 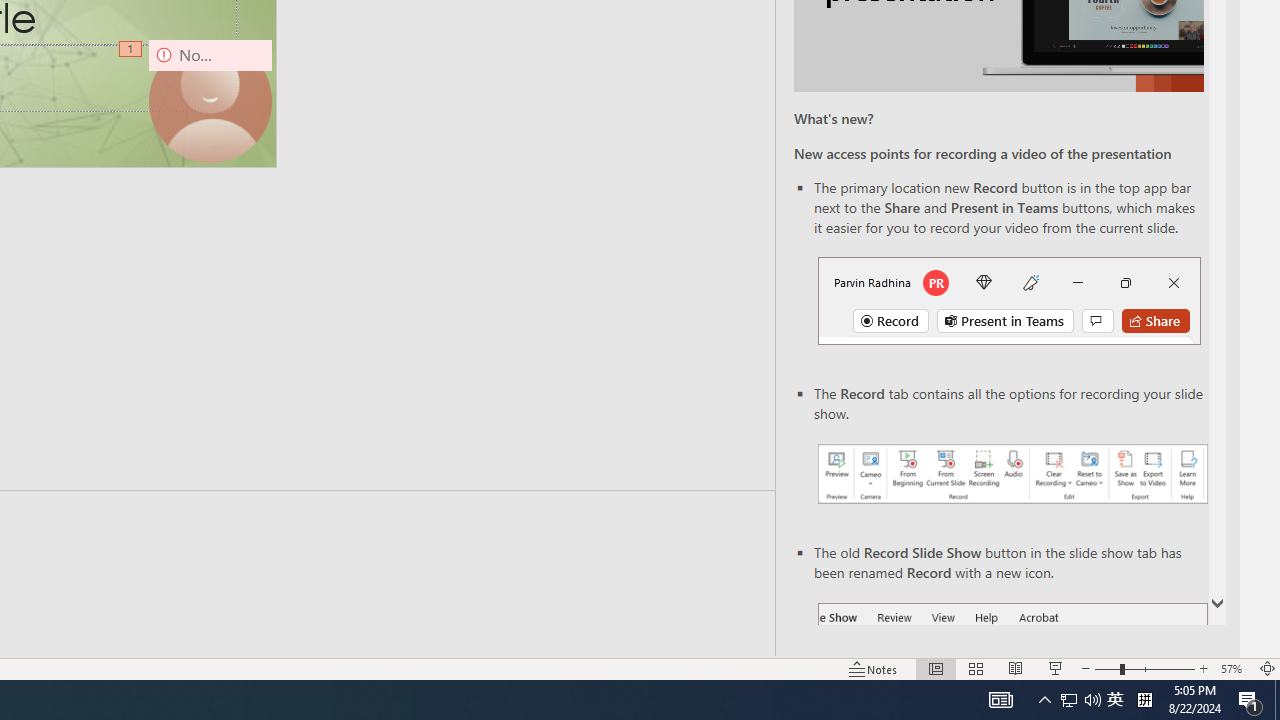 What do you see at coordinates (1009, 300) in the screenshot?
I see `'Record button in top bar'` at bounding box center [1009, 300].